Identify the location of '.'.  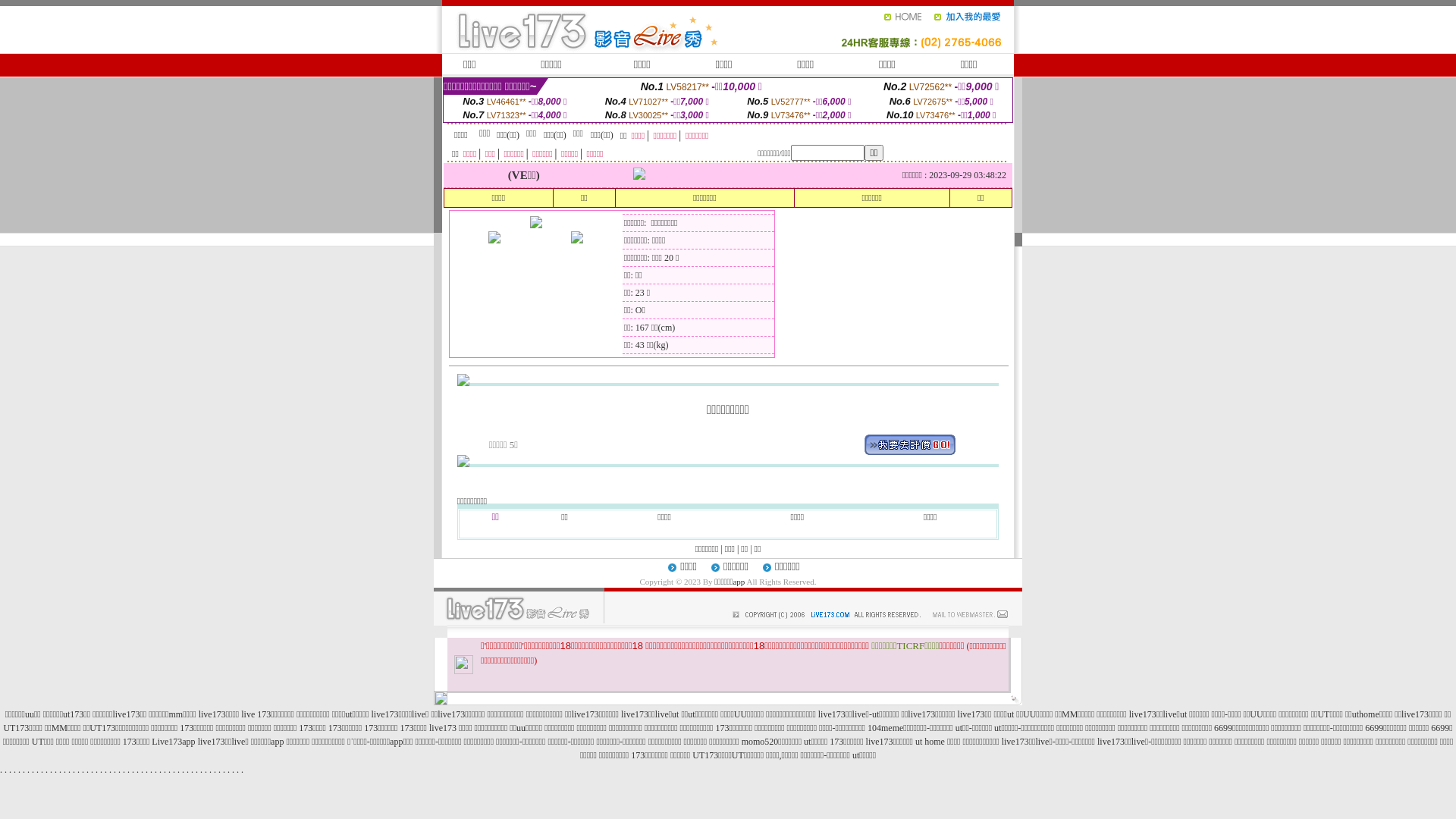
(99, 769).